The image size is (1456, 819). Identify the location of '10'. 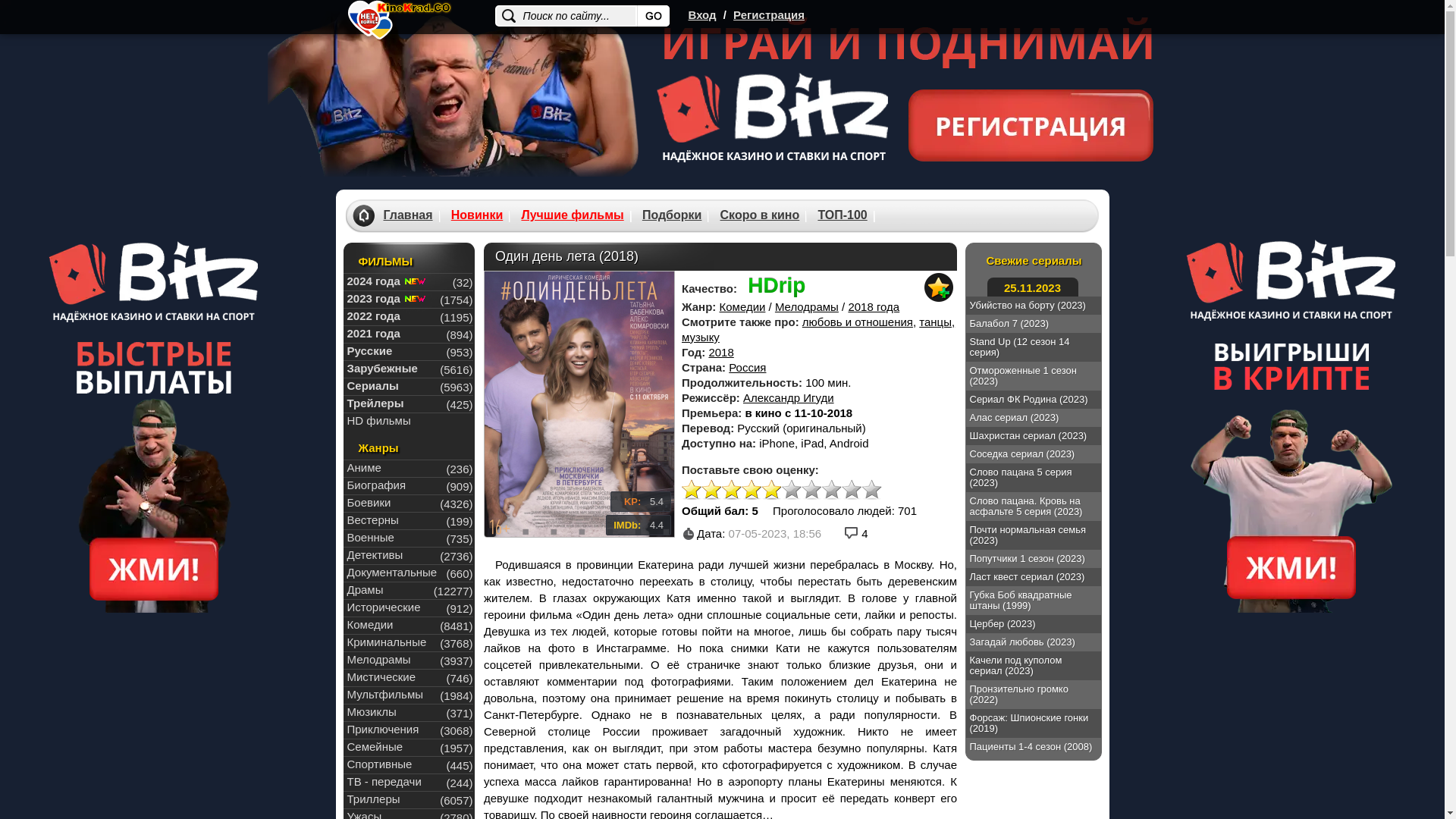
(872, 489).